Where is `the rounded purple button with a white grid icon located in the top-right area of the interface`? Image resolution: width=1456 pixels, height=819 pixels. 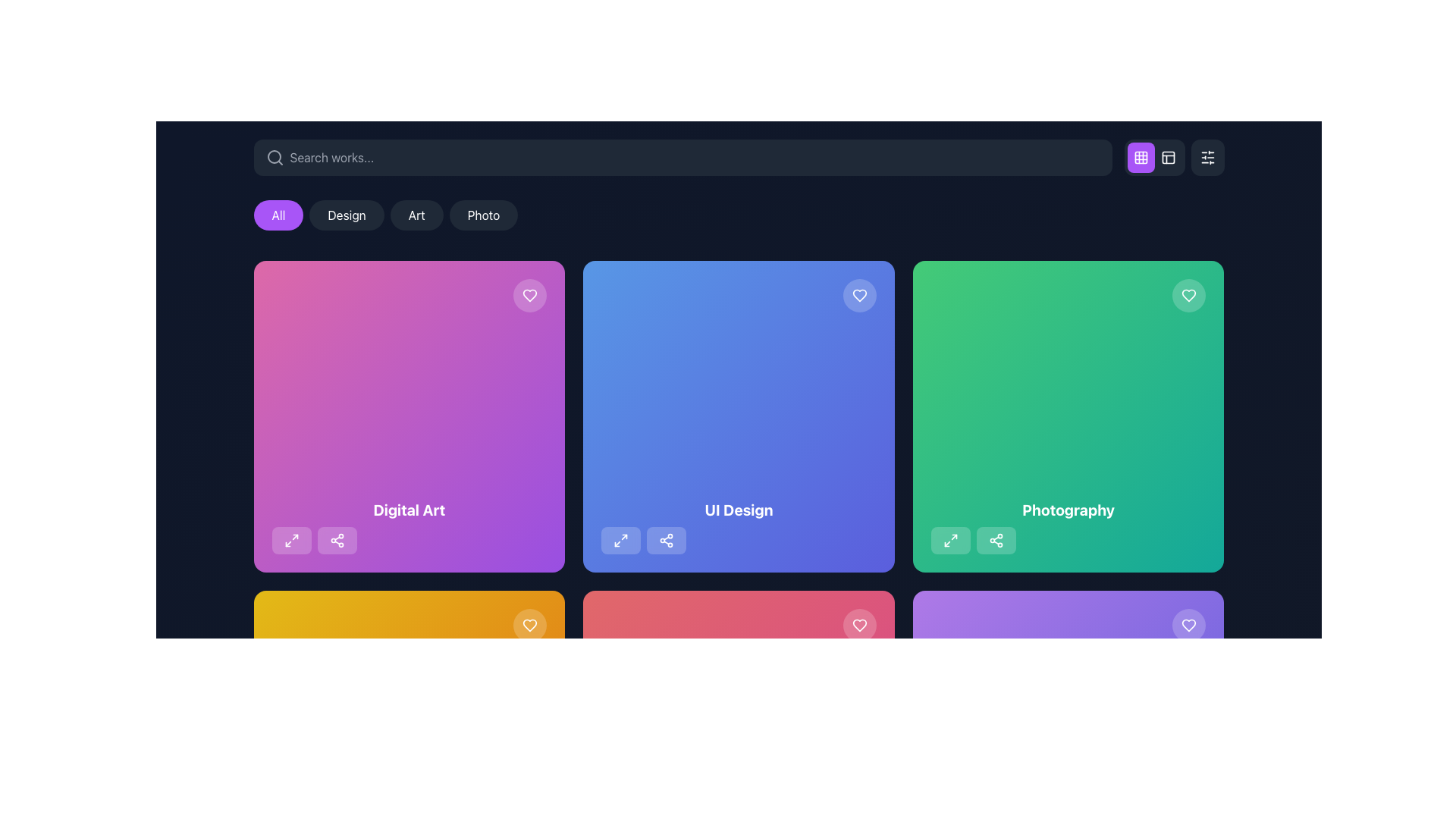 the rounded purple button with a white grid icon located in the top-right area of the interface is located at coordinates (1141, 158).